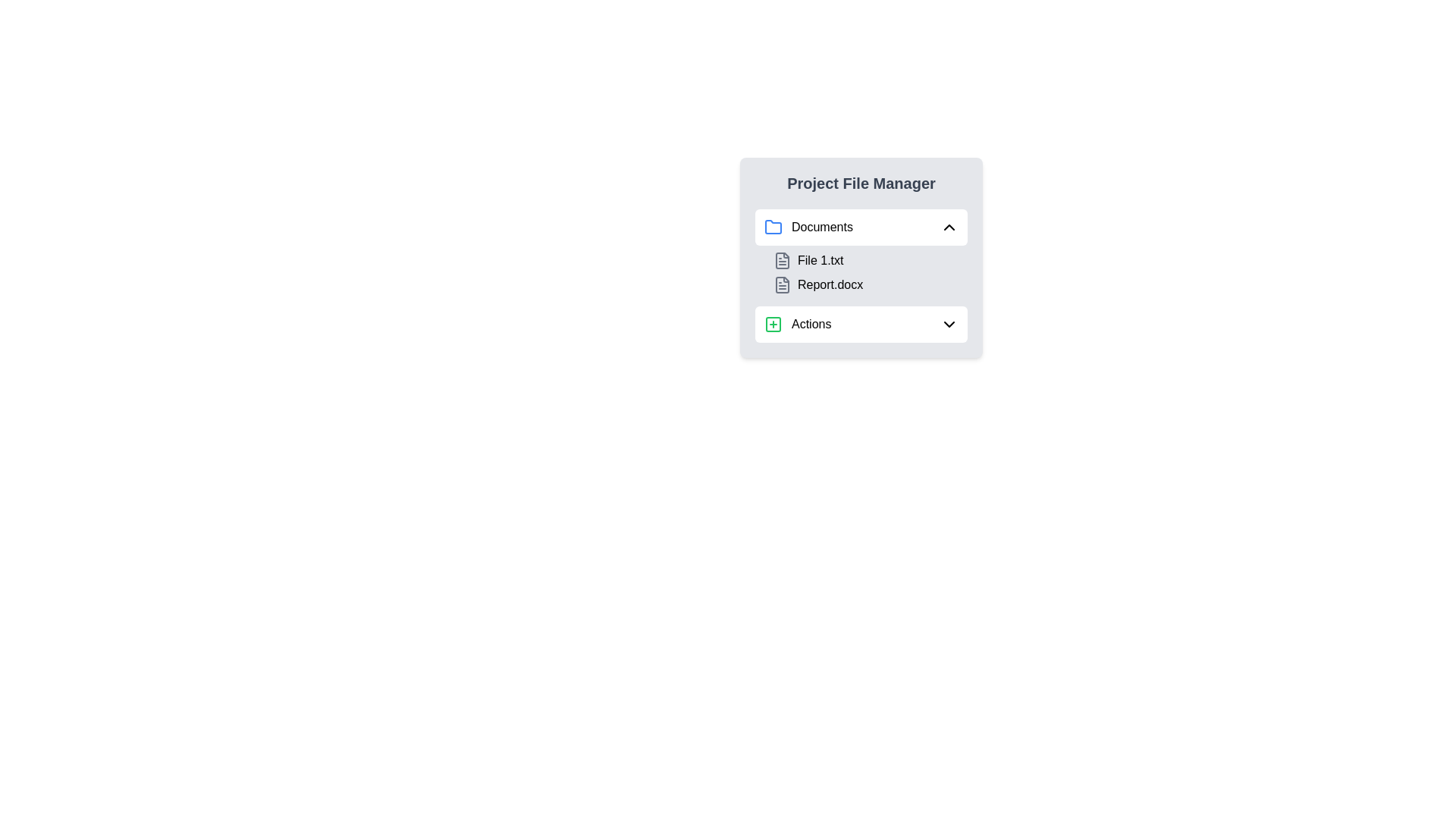 Image resolution: width=1456 pixels, height=819 pixels. What do you see at coordinates (773, 227) in the screenshot?
I see `the 'Documents' icon located to the left of the 'Documents' label in the 'Project File Manager' interface` at bounding box center [773, 227].